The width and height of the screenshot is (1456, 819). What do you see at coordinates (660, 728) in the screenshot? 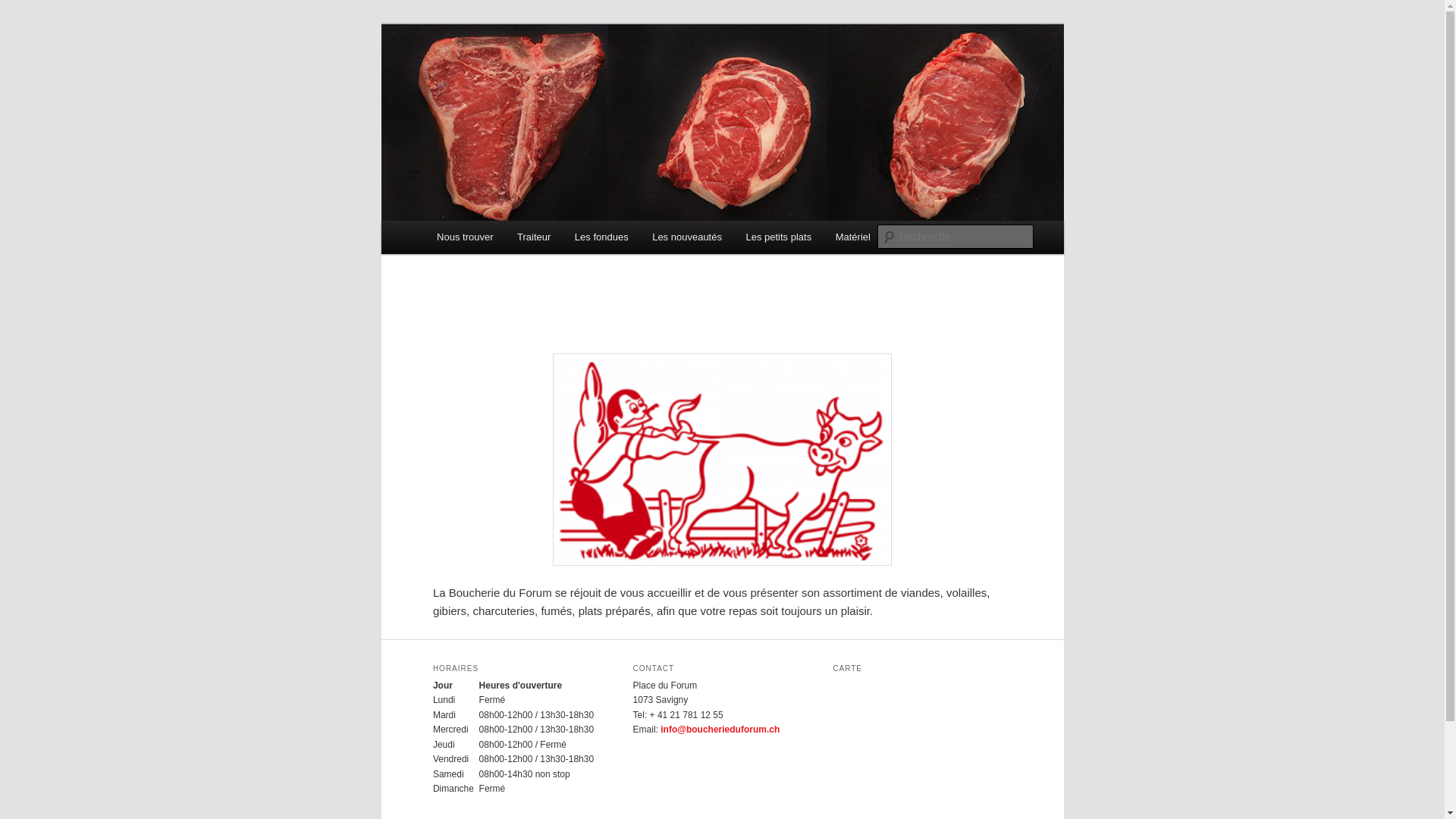
I see `'info@boucherieduforum.ch'` at bounding box center [660, 728].